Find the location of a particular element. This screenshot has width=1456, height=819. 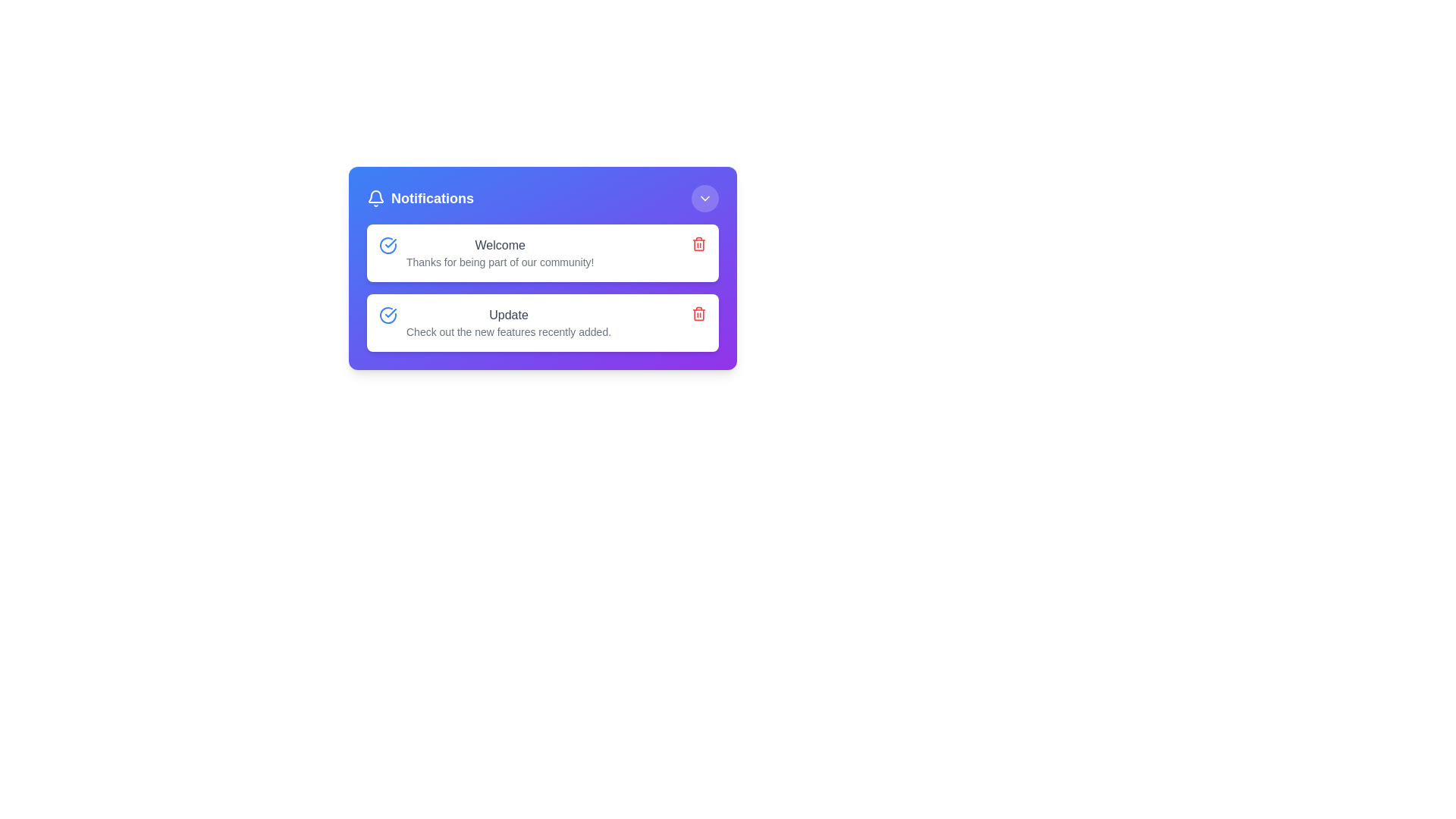

the non-interactive label displaying the text 'Update' in gray color, which is positioned above the descriptive text in the second notification block is located at coordinates (509, 315).